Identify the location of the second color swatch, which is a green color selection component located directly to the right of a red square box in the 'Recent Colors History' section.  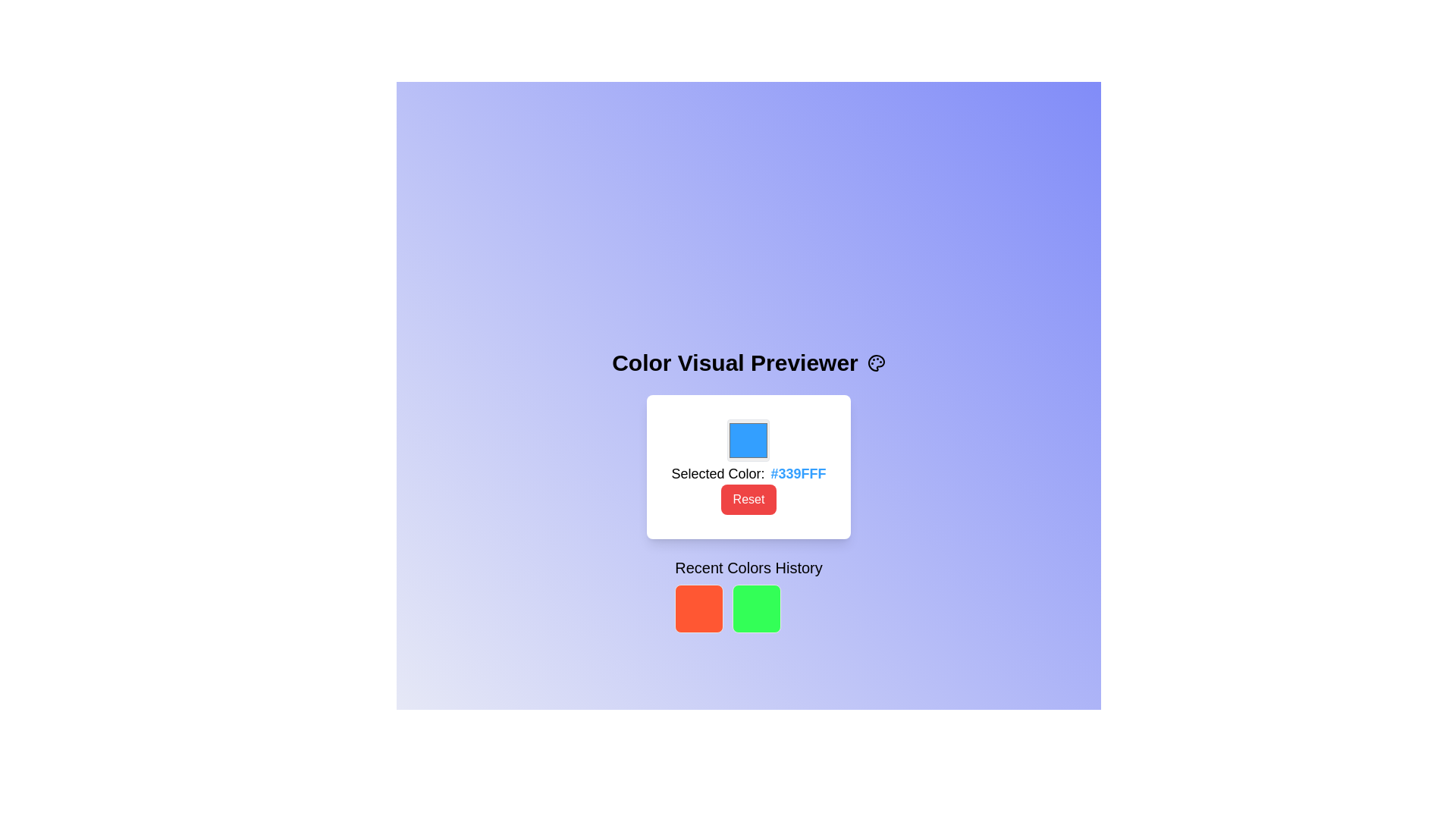
(757, 607).